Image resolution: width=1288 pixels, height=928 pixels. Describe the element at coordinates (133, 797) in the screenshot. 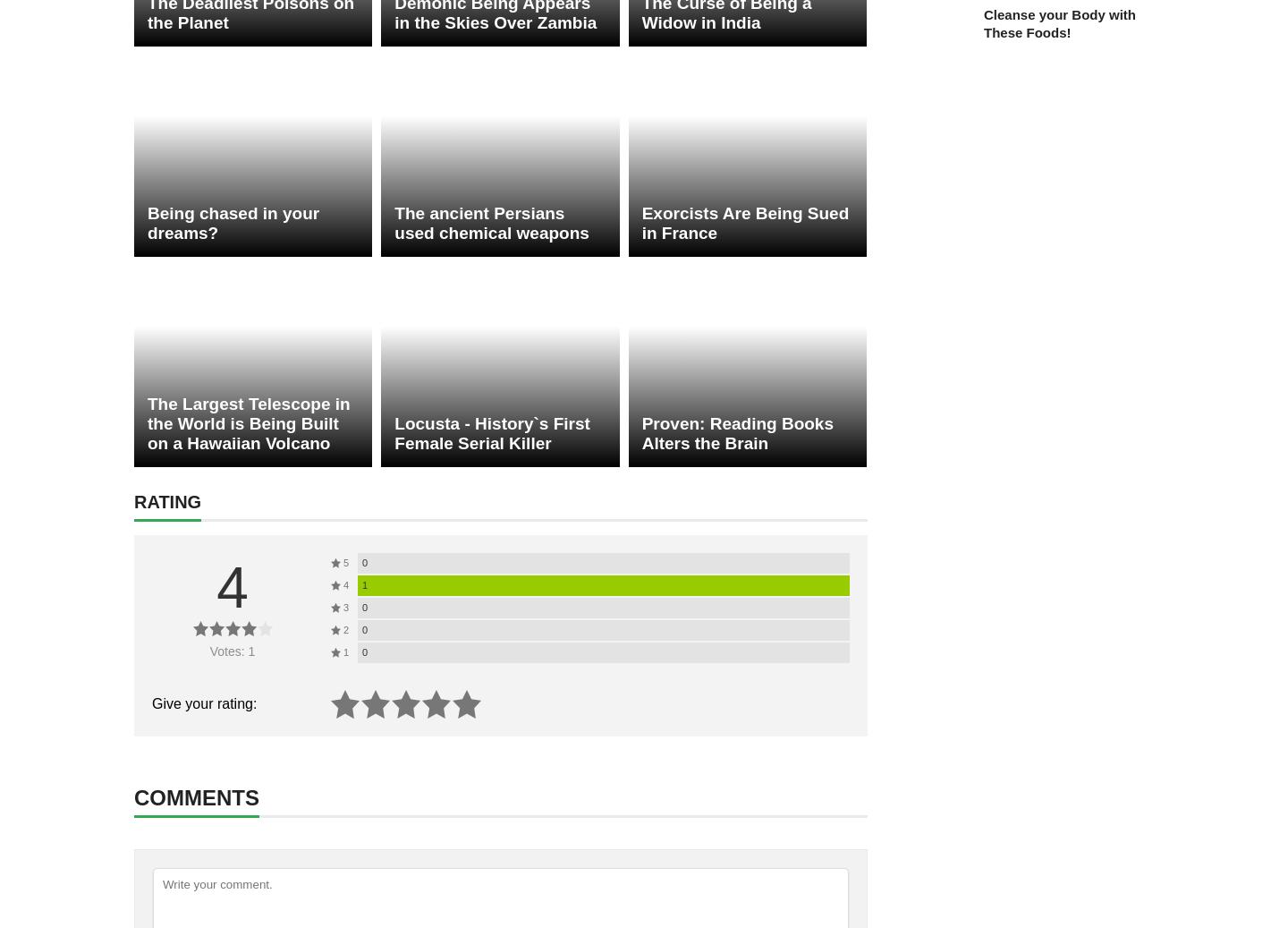

I see `'Comments'` at that location.